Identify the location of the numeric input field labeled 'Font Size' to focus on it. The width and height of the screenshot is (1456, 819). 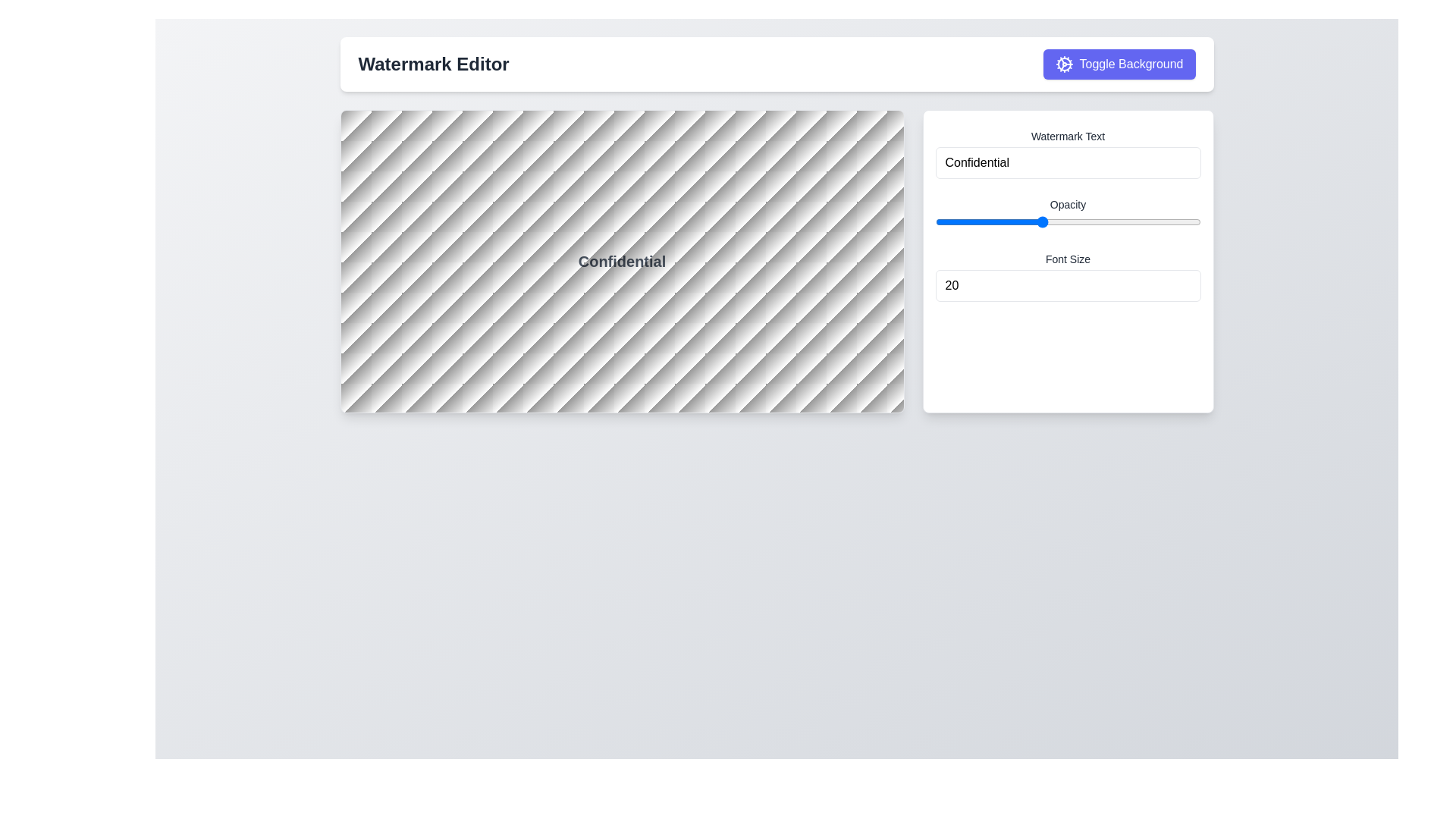
(1067, 277).